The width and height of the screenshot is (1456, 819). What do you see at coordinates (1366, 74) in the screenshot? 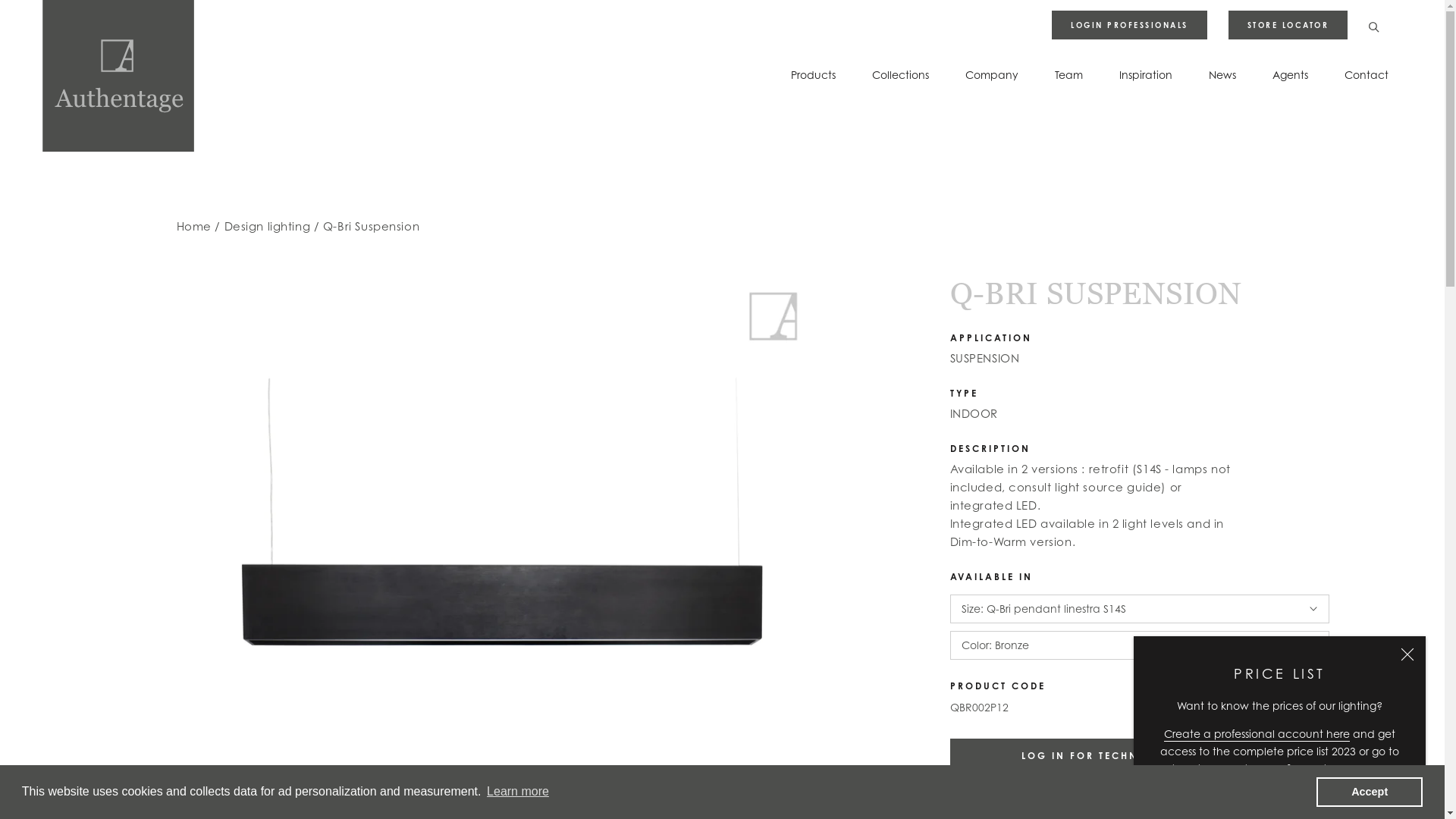
I see `'Contact` at bounding box center [1366, 74].